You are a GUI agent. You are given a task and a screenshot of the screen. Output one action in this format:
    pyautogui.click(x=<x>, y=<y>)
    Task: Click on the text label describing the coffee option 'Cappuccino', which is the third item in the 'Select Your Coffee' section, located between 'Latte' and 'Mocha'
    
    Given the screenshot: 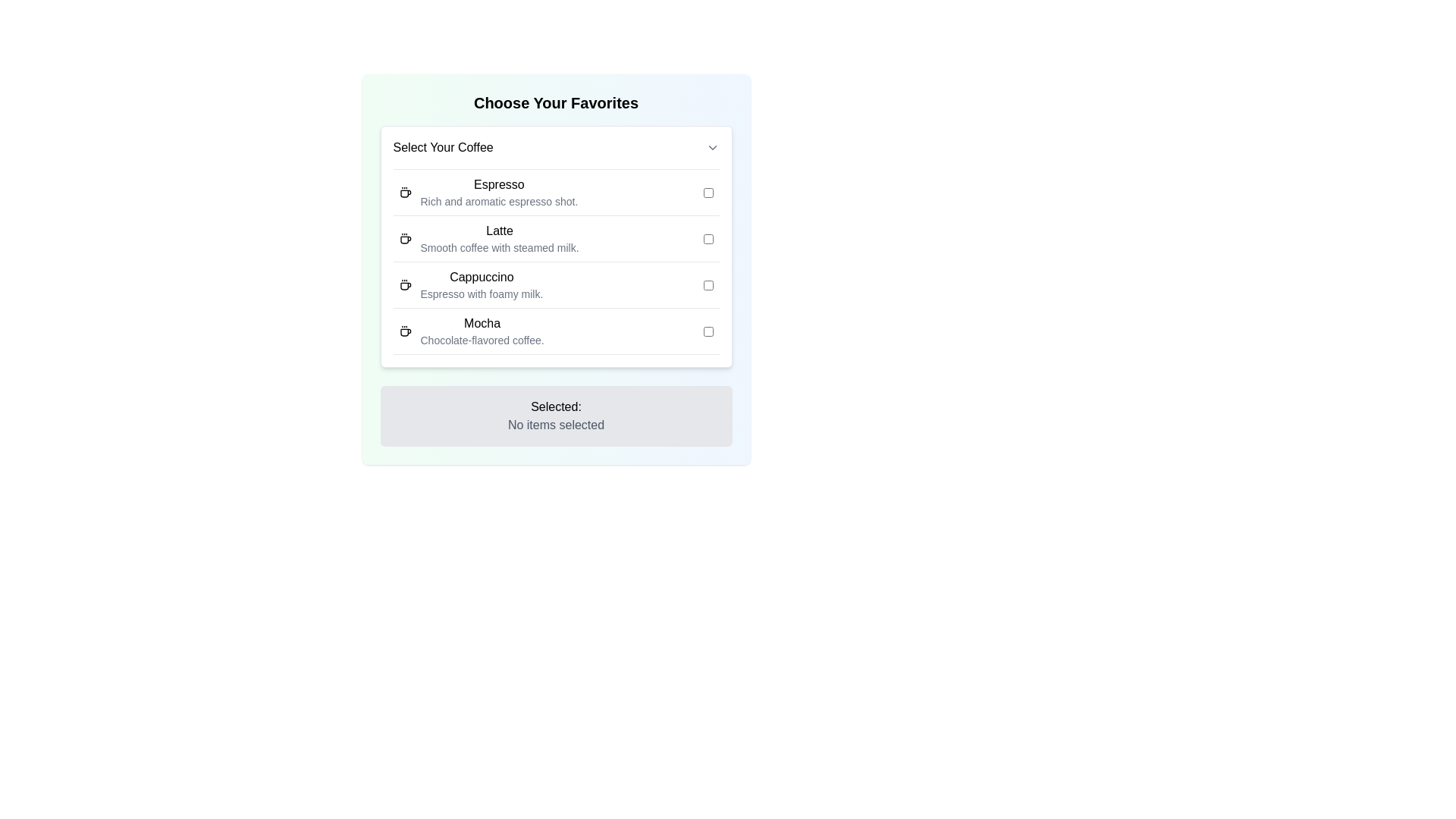 What is the action you would take?
    pyautogui.click(x=481, y=284)
    